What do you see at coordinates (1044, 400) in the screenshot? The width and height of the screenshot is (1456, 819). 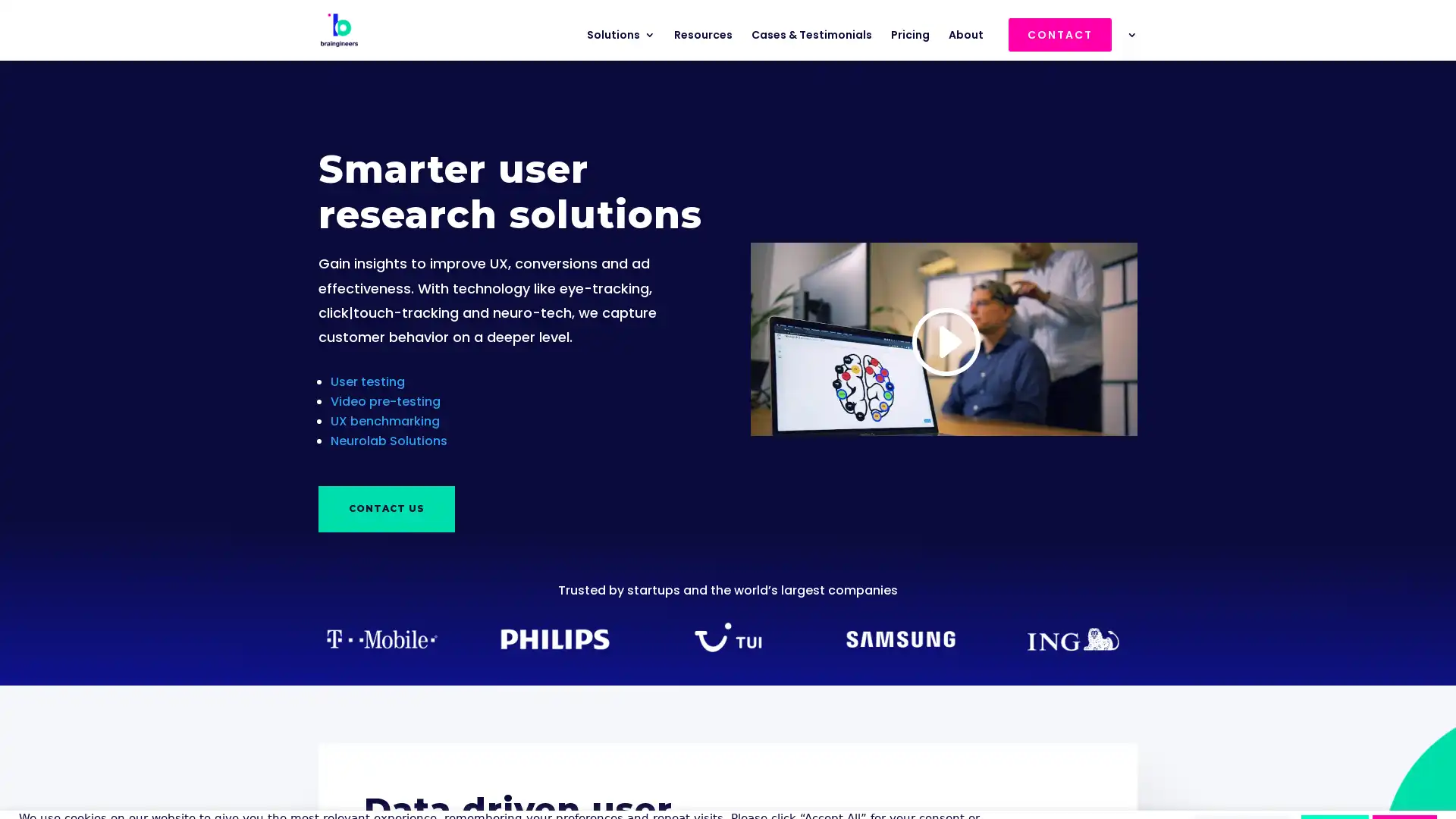 I see `mute` at bounding box center [1044, 400].